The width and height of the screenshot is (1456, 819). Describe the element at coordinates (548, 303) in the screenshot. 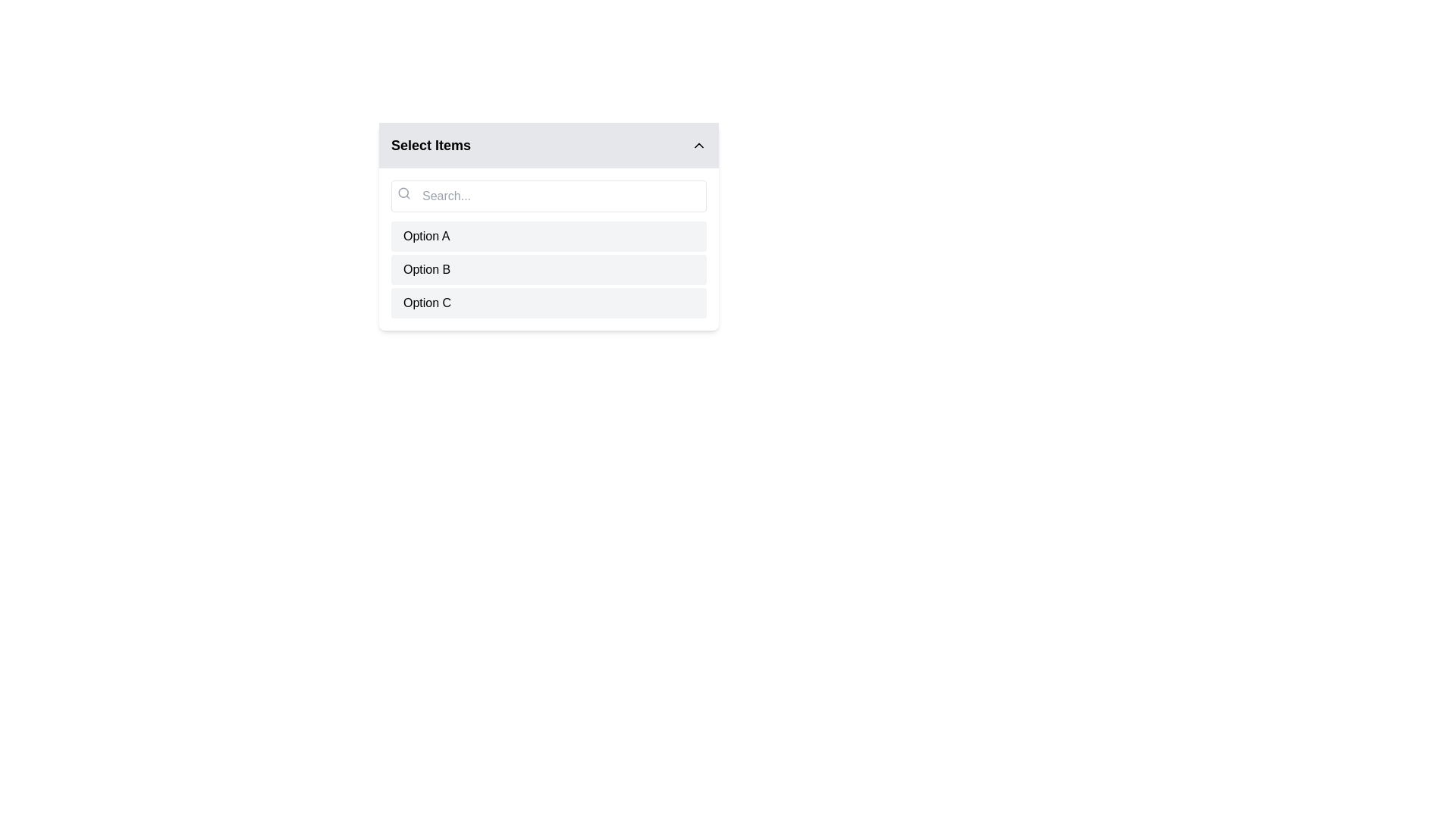

I see `on the third option in the vertically stacked list located below 'Option B'` at that location.